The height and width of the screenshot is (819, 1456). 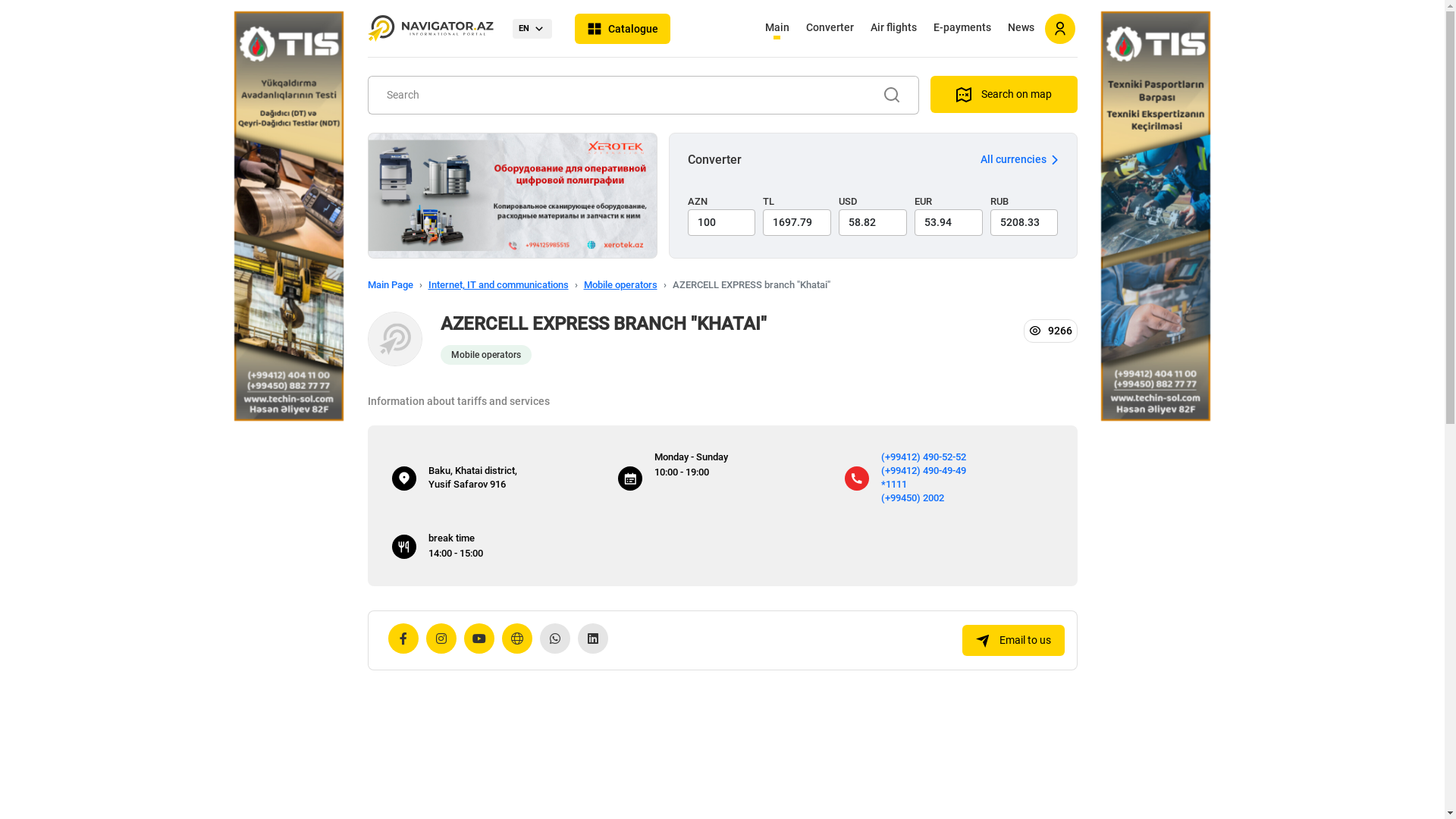 I want to click on '*1111', so click(x=880, y=483).